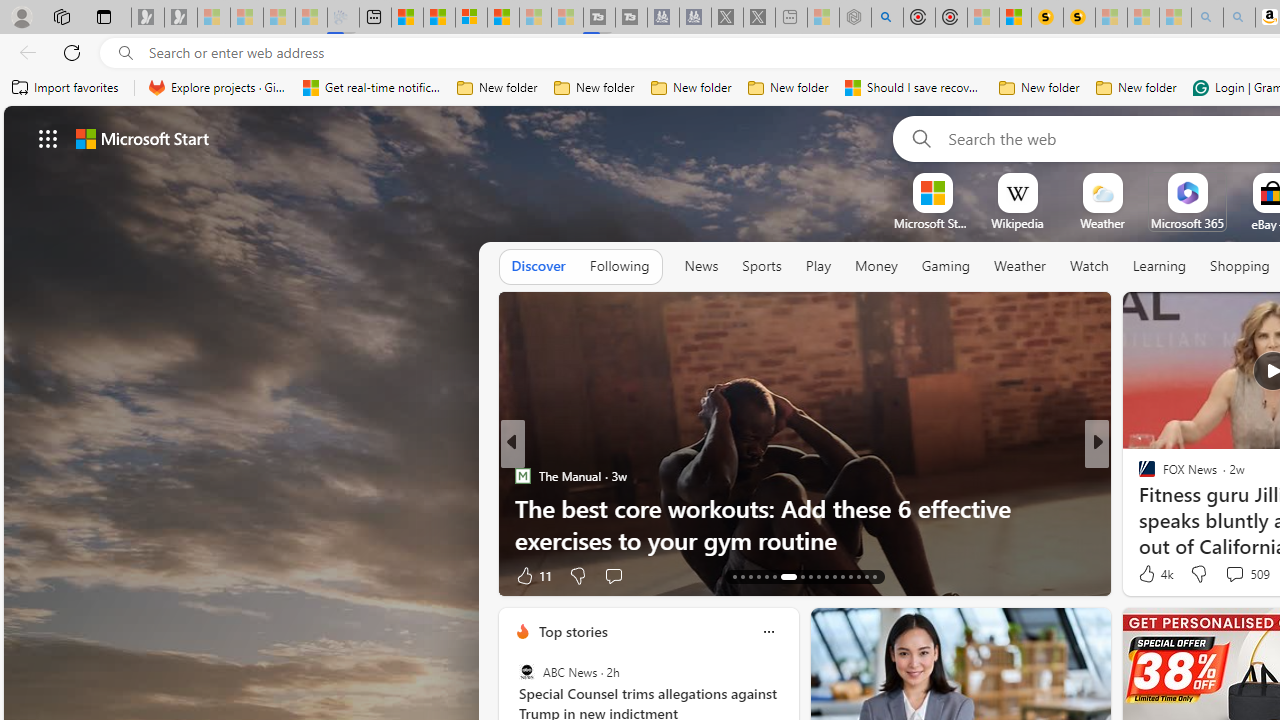 Image resolution: width=1280 pixels, height=720 pixels. Describe the element at coordinates (823, 17) in the screenshot. I see `'Wildlife - MSN - Sleeping'` at that location.